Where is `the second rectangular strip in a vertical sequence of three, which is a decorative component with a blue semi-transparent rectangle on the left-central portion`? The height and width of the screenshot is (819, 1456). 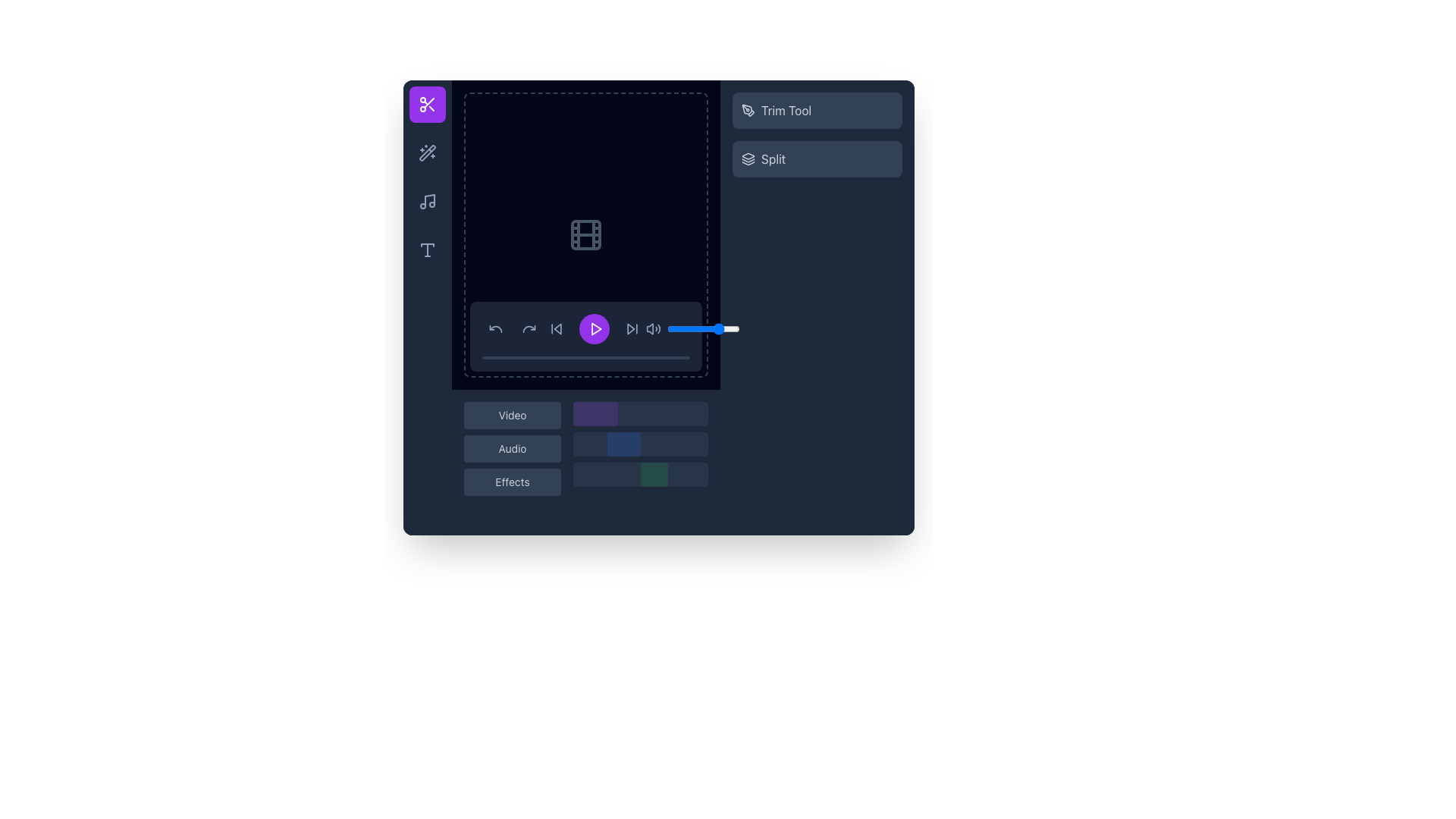 the second rectangular strip in a vertical sequence of three, which is a decorative component with a blue semi-transparent rectangle on the left-central portion is located at coordinates (640, 444).